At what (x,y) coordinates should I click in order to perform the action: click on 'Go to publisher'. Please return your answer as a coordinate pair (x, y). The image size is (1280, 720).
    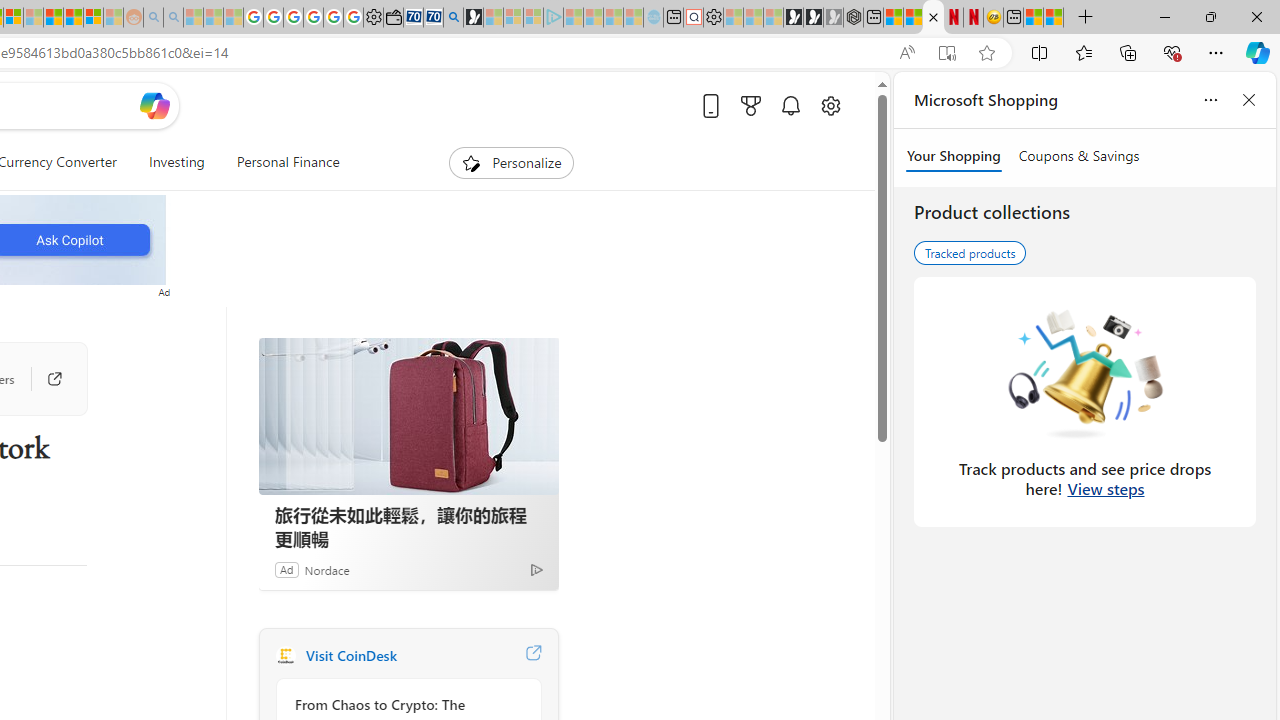
    Looking at the image, I should click on (44, 379).